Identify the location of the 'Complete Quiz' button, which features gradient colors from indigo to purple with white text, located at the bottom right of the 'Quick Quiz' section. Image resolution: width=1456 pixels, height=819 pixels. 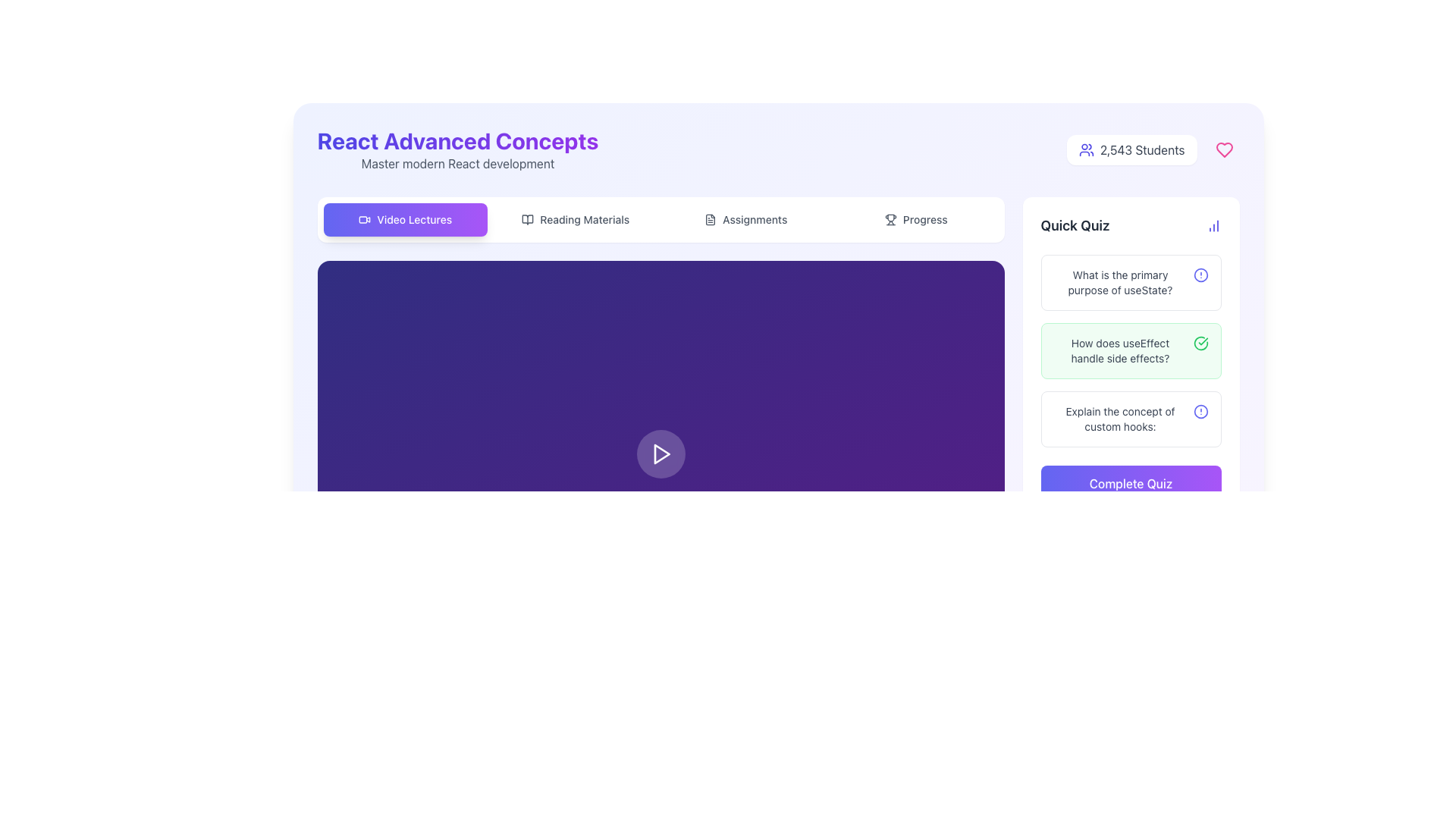
(1131, 483).